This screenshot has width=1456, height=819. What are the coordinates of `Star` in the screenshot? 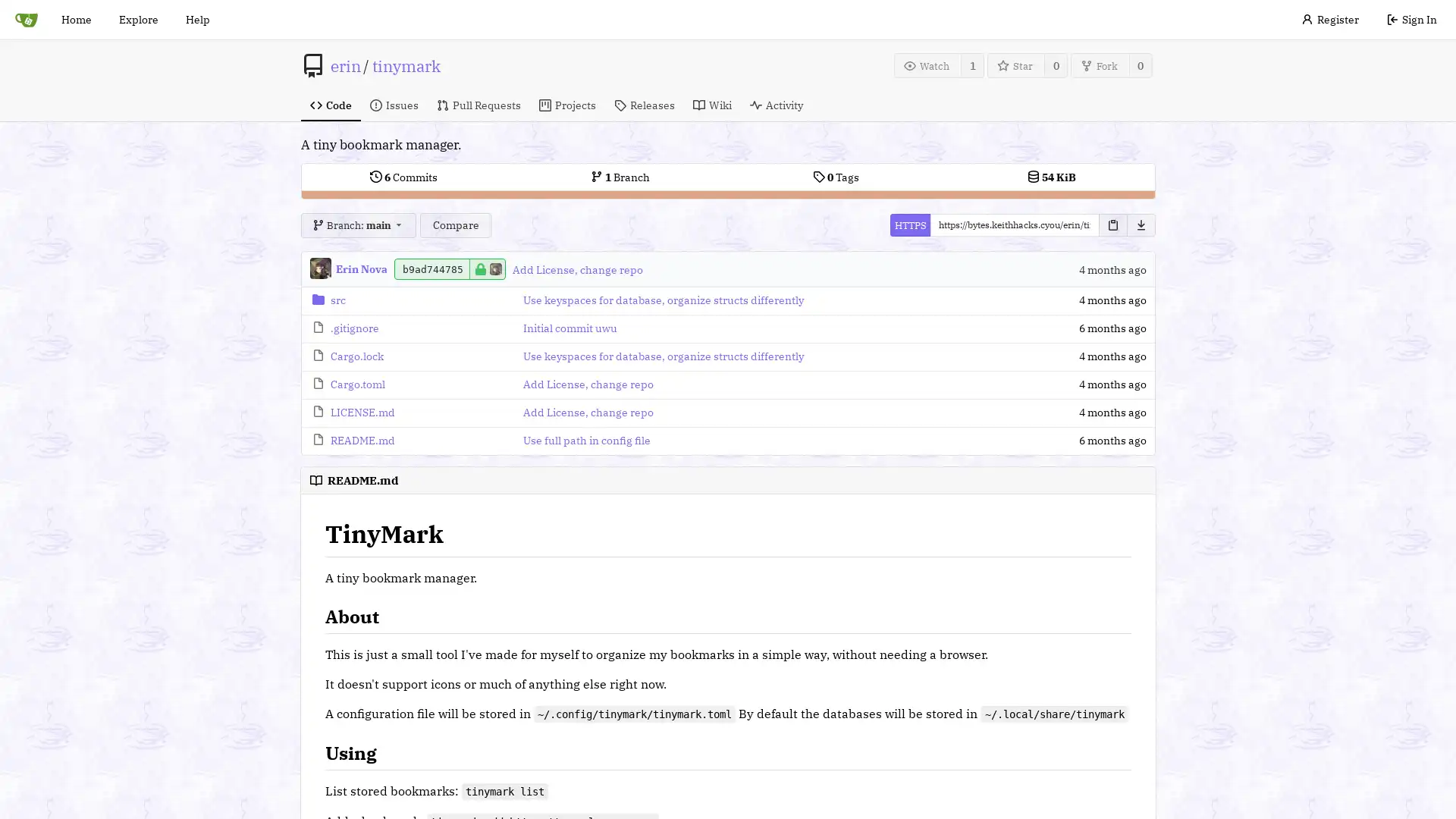 It's located at (1015, 64).